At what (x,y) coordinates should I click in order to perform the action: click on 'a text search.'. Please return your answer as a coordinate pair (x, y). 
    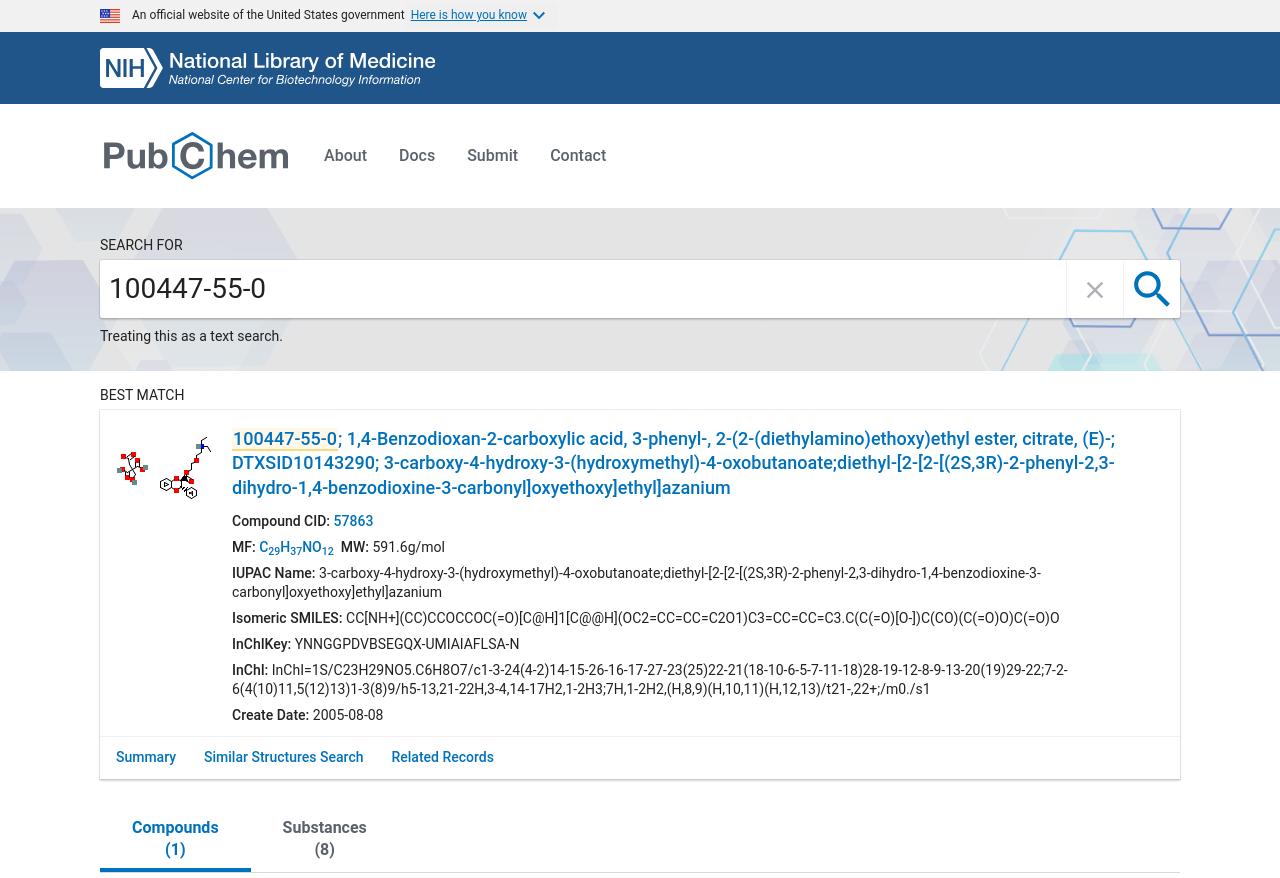
    Looking at the image, I should click on (240, 334).